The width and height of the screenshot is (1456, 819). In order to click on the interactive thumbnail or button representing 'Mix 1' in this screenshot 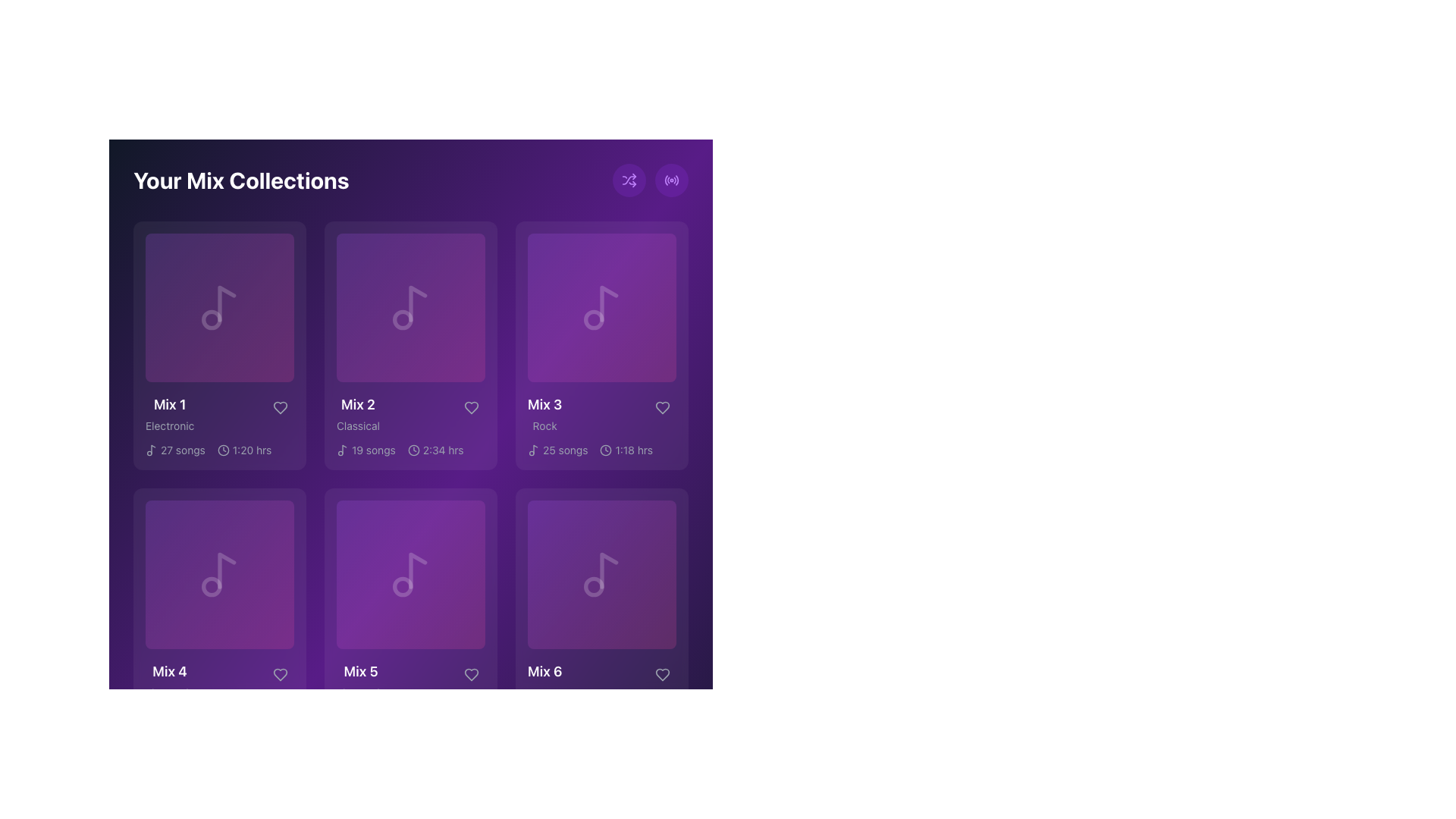, I will do `click(218, 307)`.